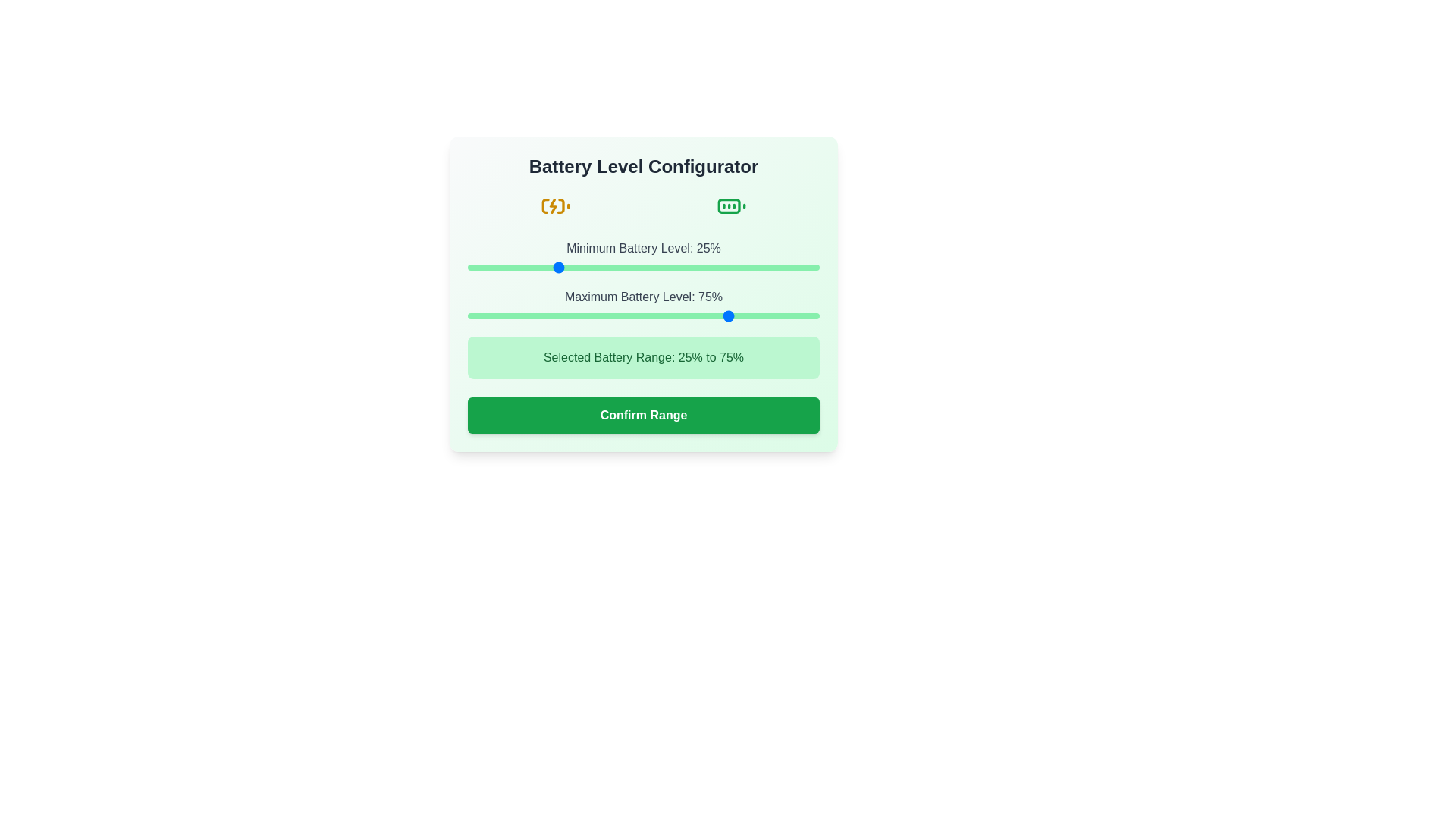 This screenshot has height=819, width=1456. I want to click on the maximum battery level, so click(685, 315).